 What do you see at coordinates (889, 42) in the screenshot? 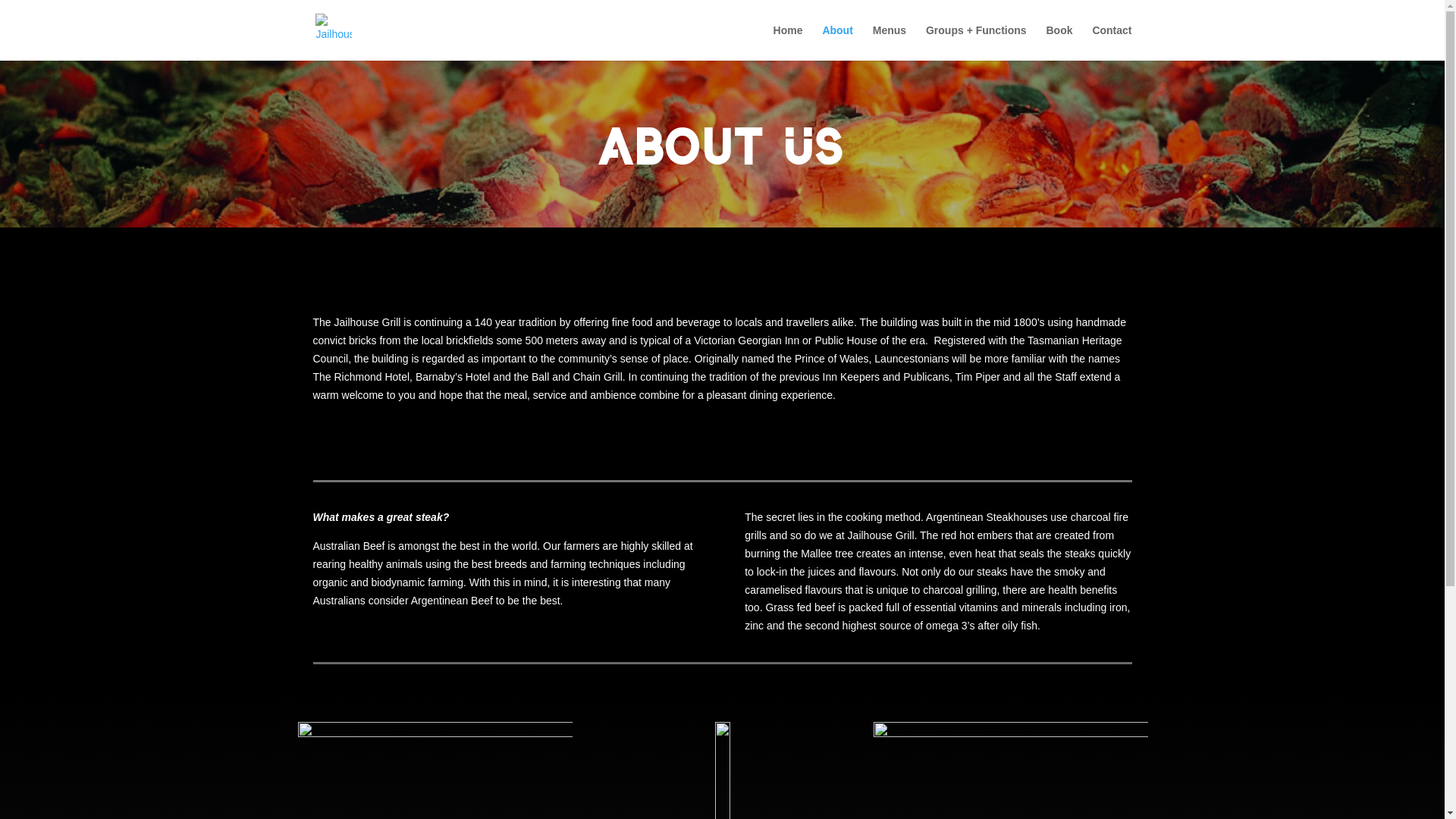
I see `'Menus'` at bounding box center [889, 42].